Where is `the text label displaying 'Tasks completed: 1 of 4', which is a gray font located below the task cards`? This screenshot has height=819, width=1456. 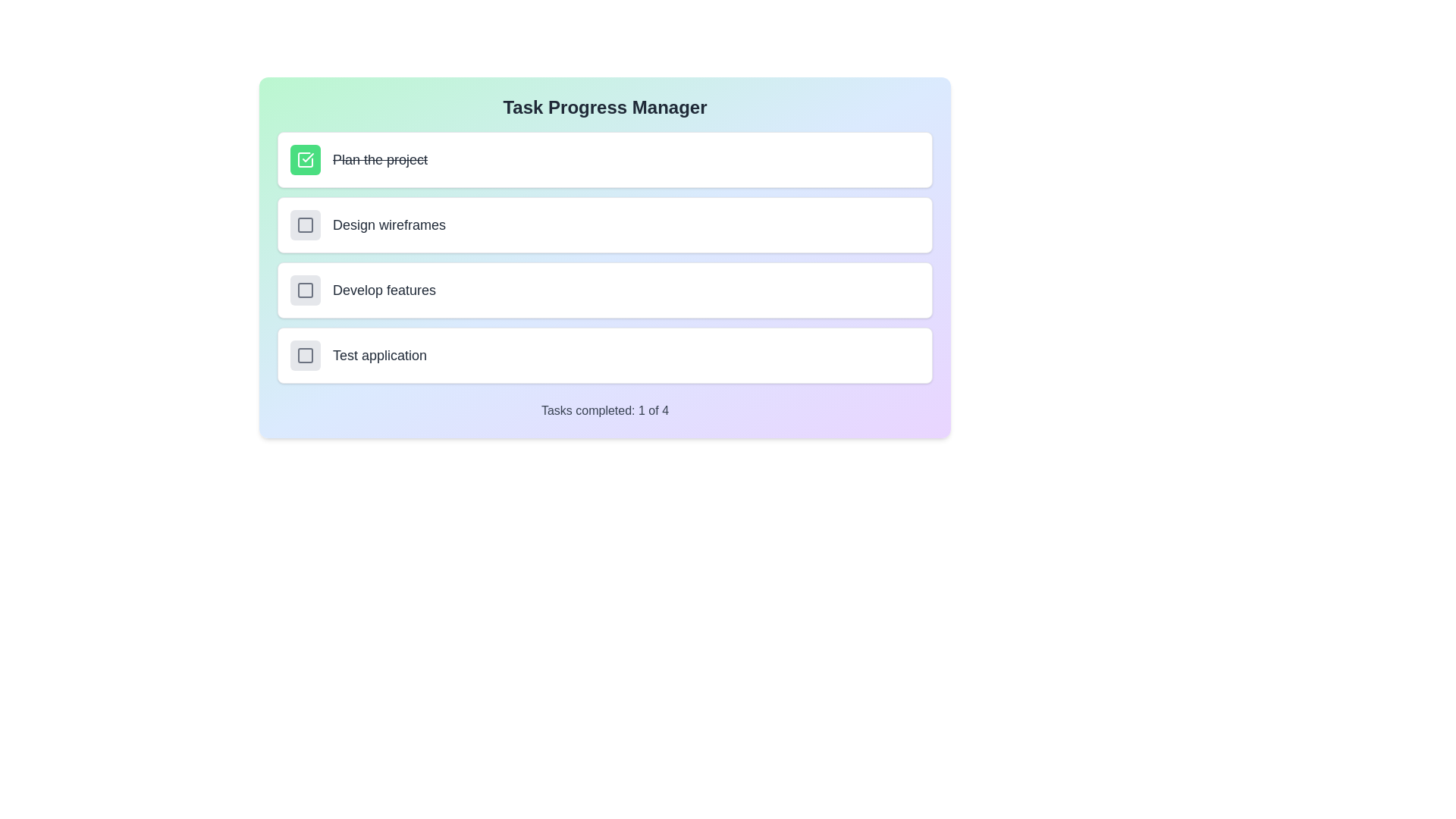
the text label displaying 'Tasks completed: 1 of 4', which is a gray font located below the task cards is located at coordinates (604, 411).